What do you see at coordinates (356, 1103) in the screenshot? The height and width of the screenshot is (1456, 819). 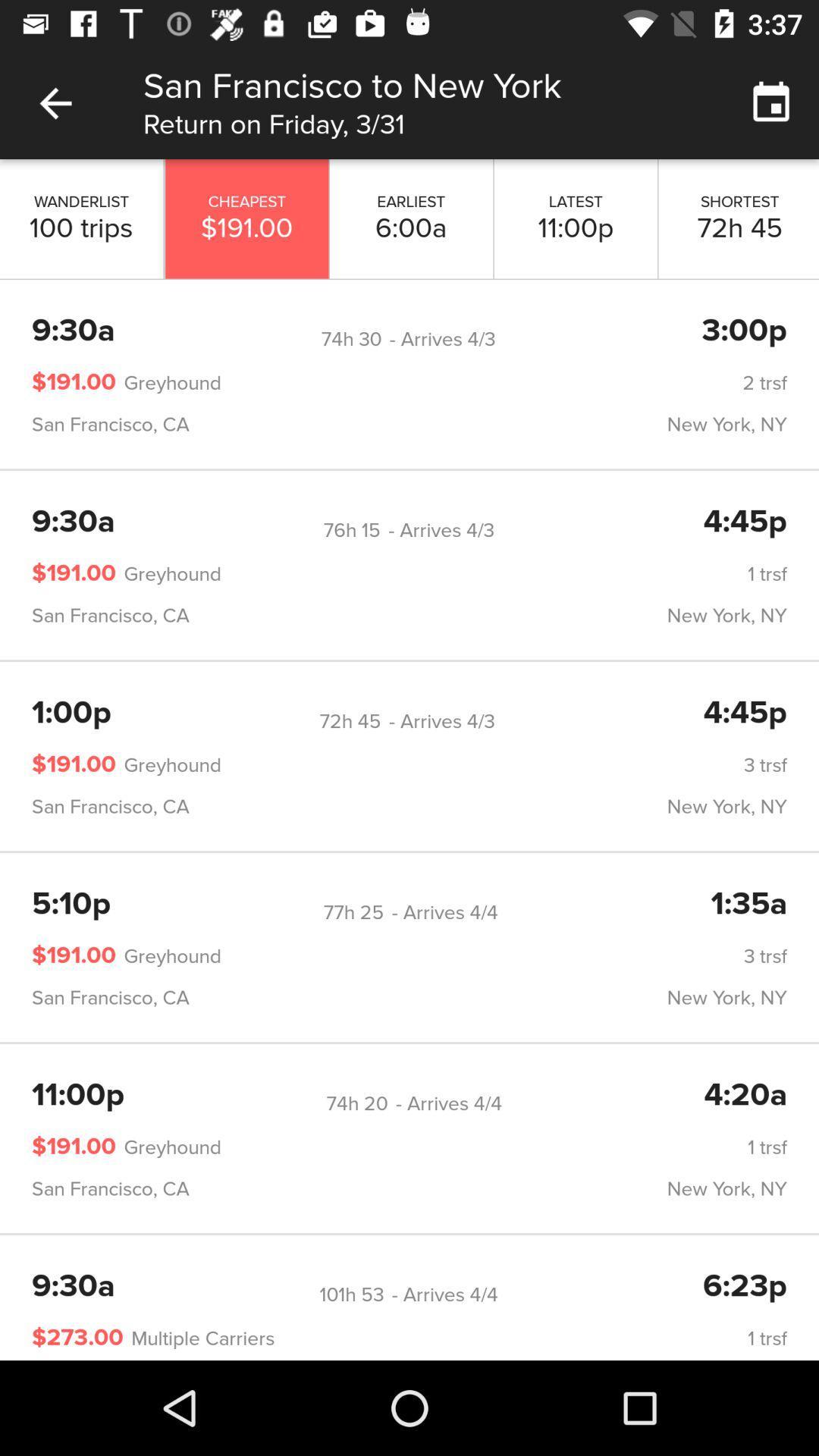 I see `the icon above 1 trsf icon` at bounding box center [356, 1103].